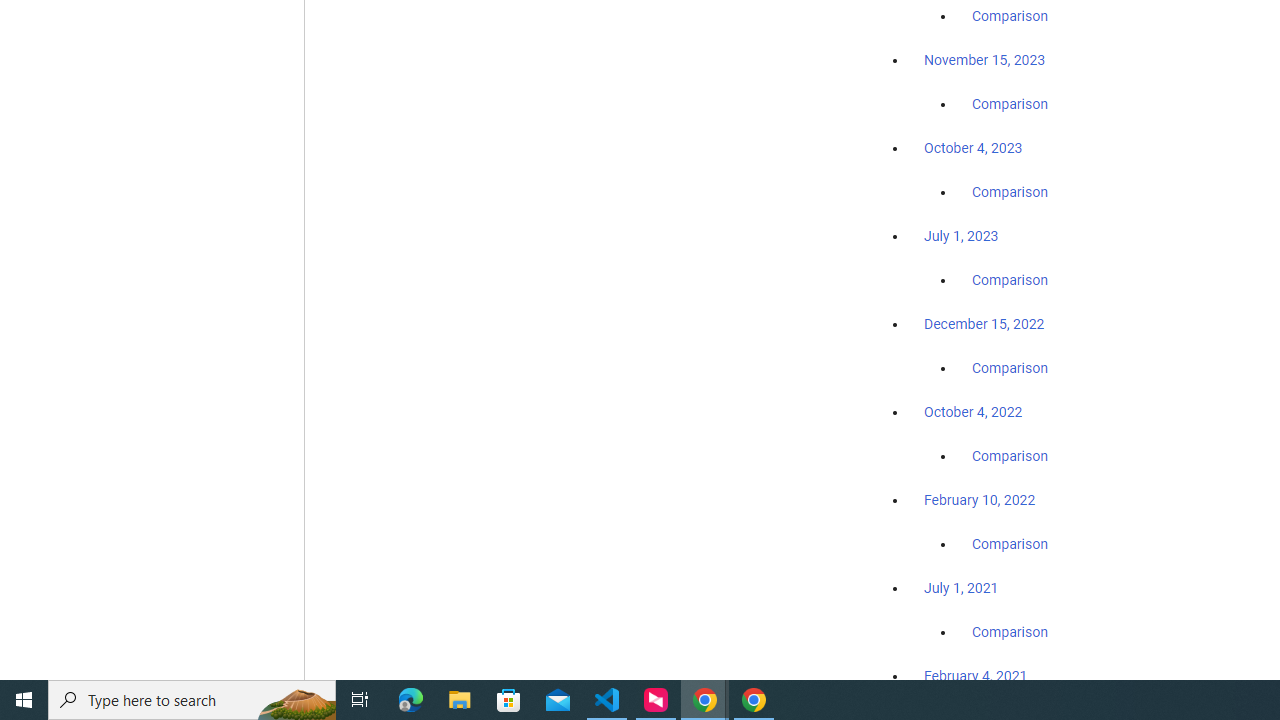 The width and height of the screenshot is (1280, 720). What do you see at coordinates (976, 675) in the screenshot?
I see `'February 4, 2021'` at bounding box center [976, 675].